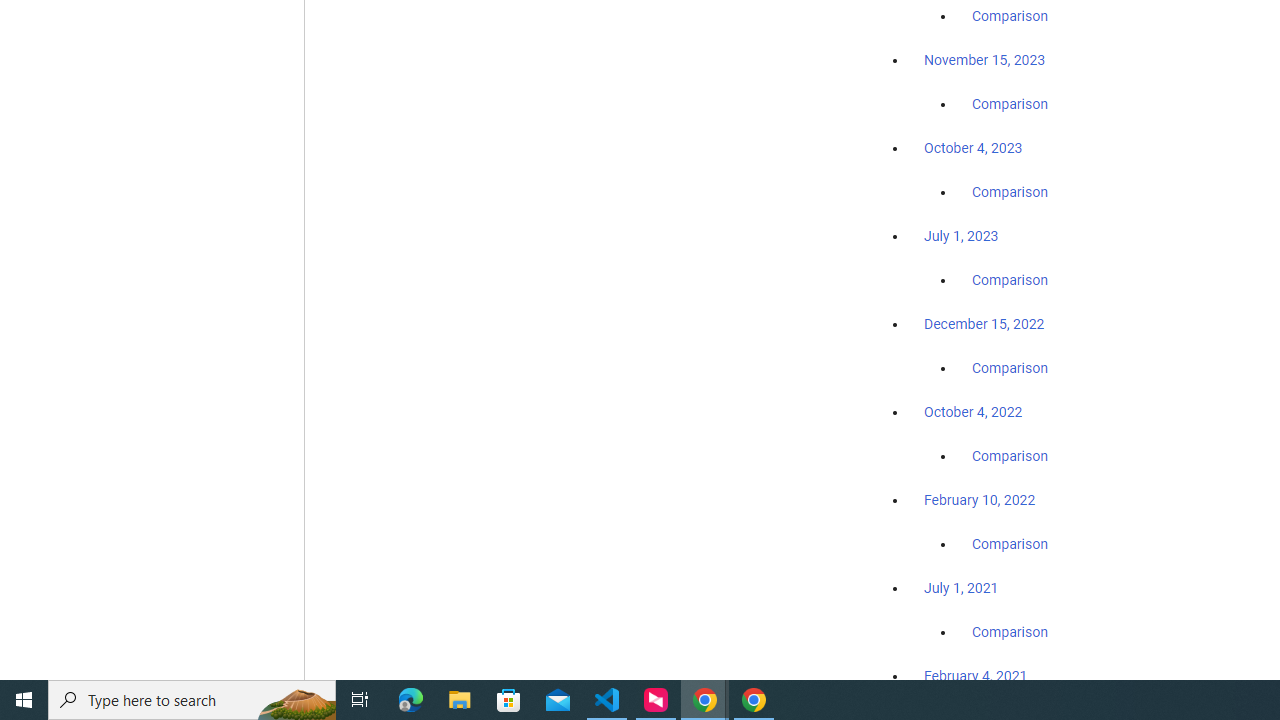 The width and height of the screenshot is (1280, 720). What do you see at coordinates (976, 675) in the screenshot?
I see `'February 4, 2021'` at bounding box center [976, 675].